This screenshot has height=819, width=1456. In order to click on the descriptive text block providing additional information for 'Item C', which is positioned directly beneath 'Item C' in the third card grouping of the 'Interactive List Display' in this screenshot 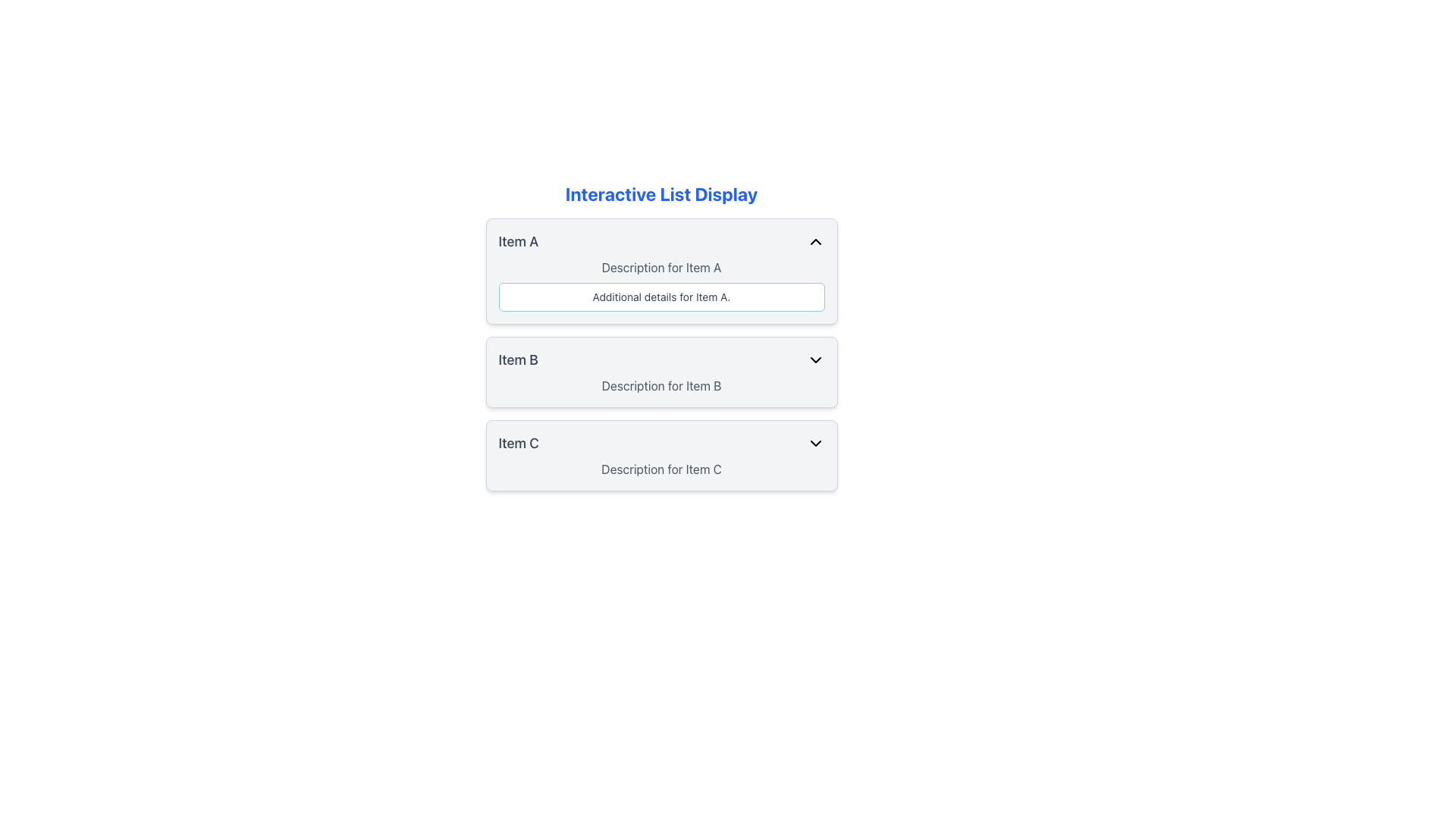, I will do `click(661, 468)`.